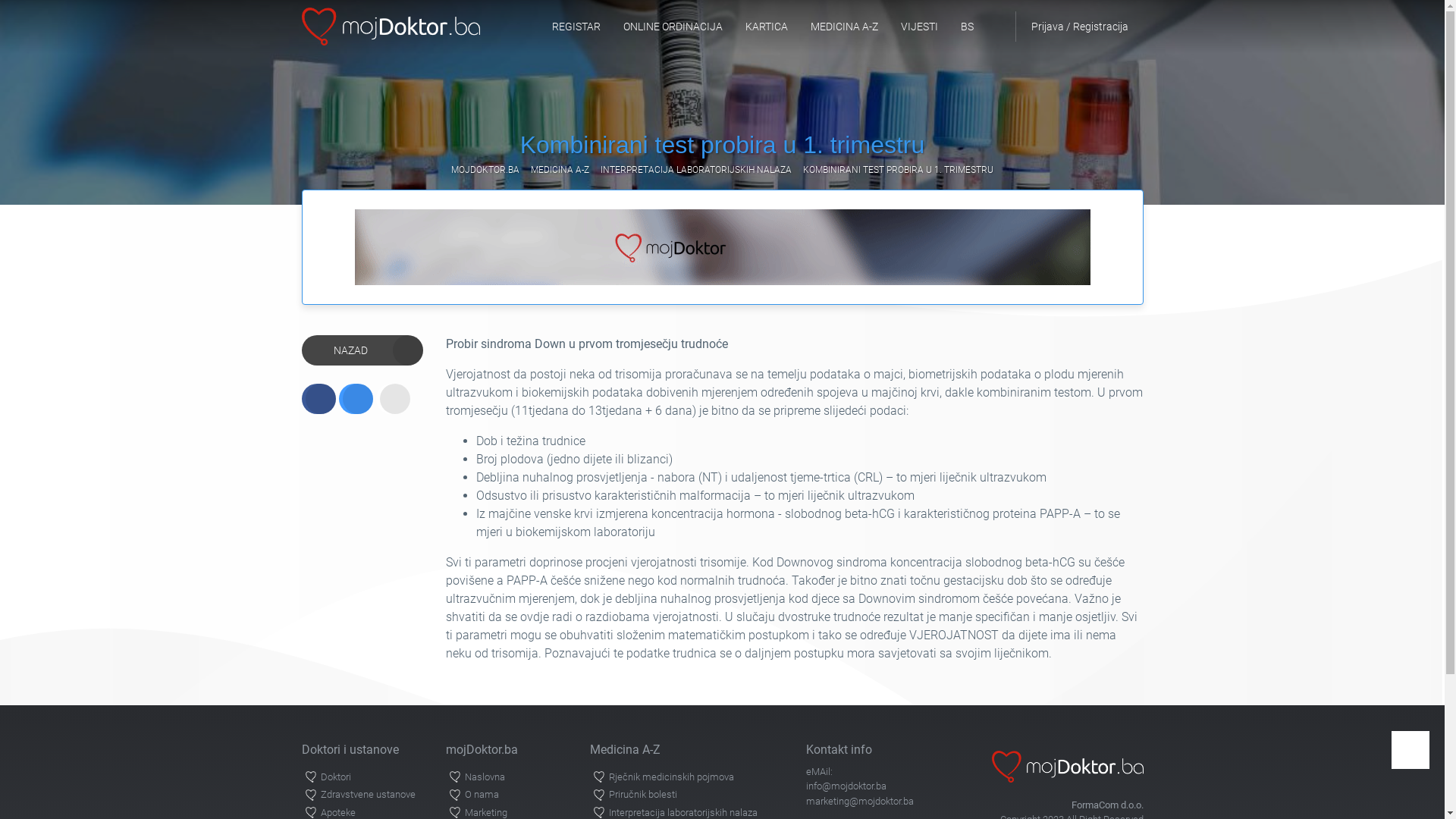 The width and height of the screenshot is (1456, 819). What do you see at coordinates (898, 169) in the screenshot?
I see `'KOMBINIRANI TEST PROBIRA U 1. TRIMESTRU'` at bounding box center [898, 169].